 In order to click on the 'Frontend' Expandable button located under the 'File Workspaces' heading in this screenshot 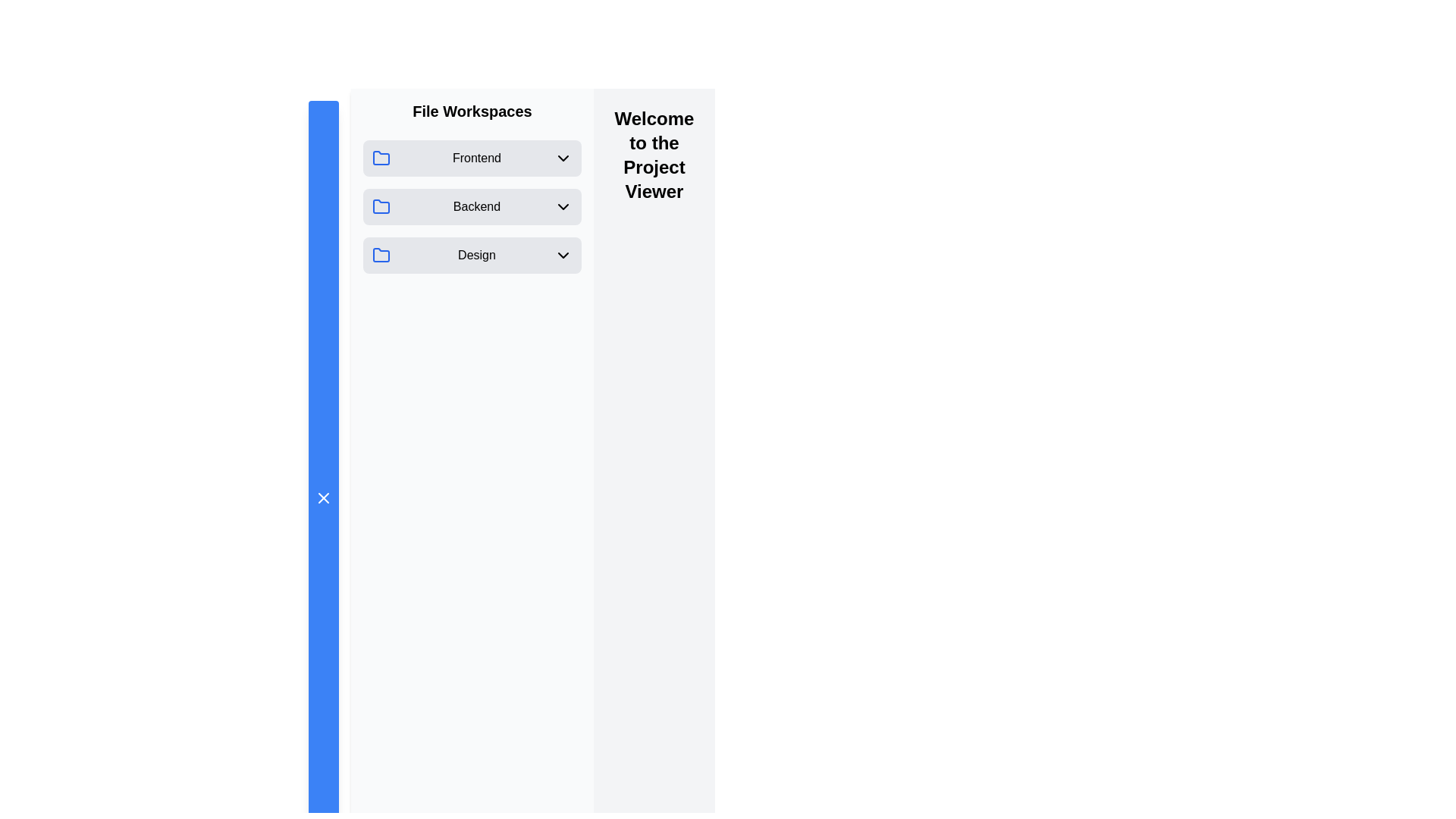, I will do `click(472, 158)`.